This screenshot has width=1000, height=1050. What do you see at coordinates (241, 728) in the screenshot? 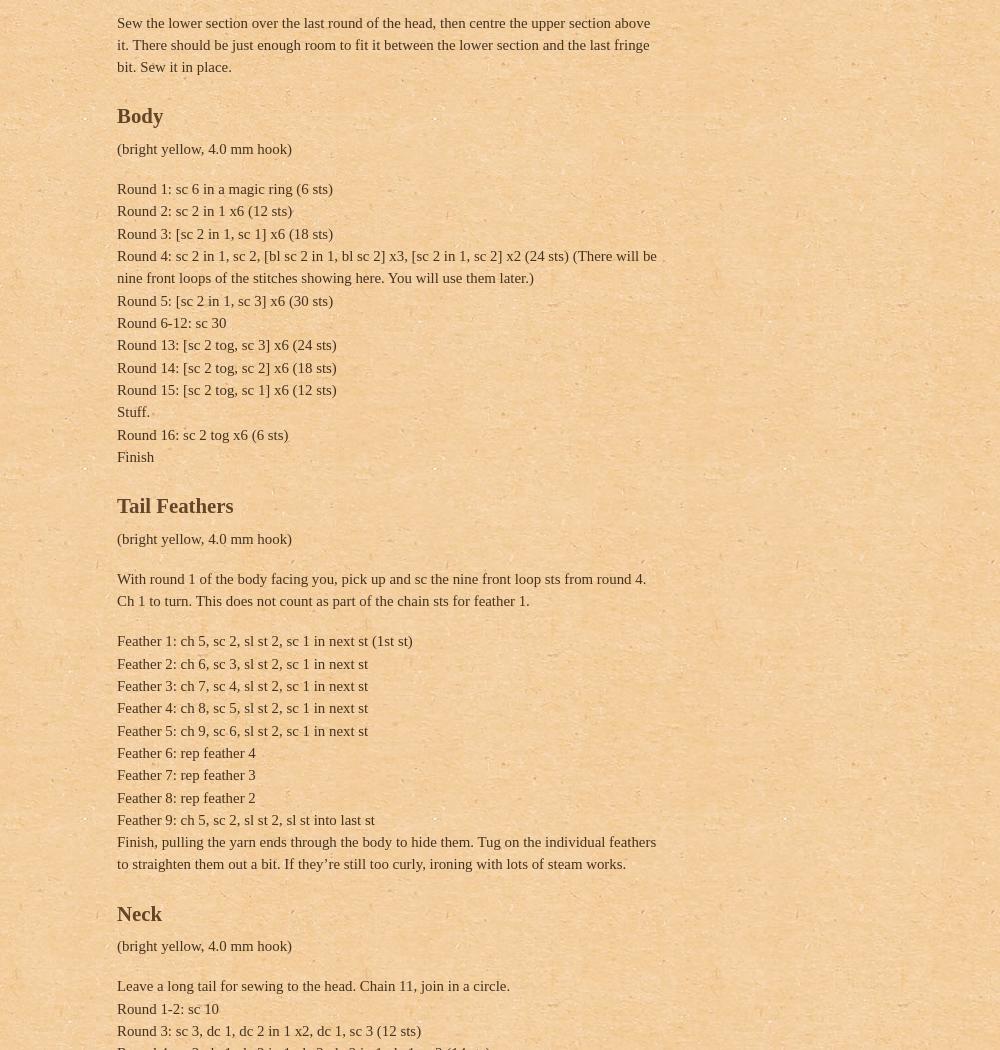
I see `'Feather 5: ch 9, sc 6, sl st 2, sc 1 in next st'` at bounding box center [241, 728].